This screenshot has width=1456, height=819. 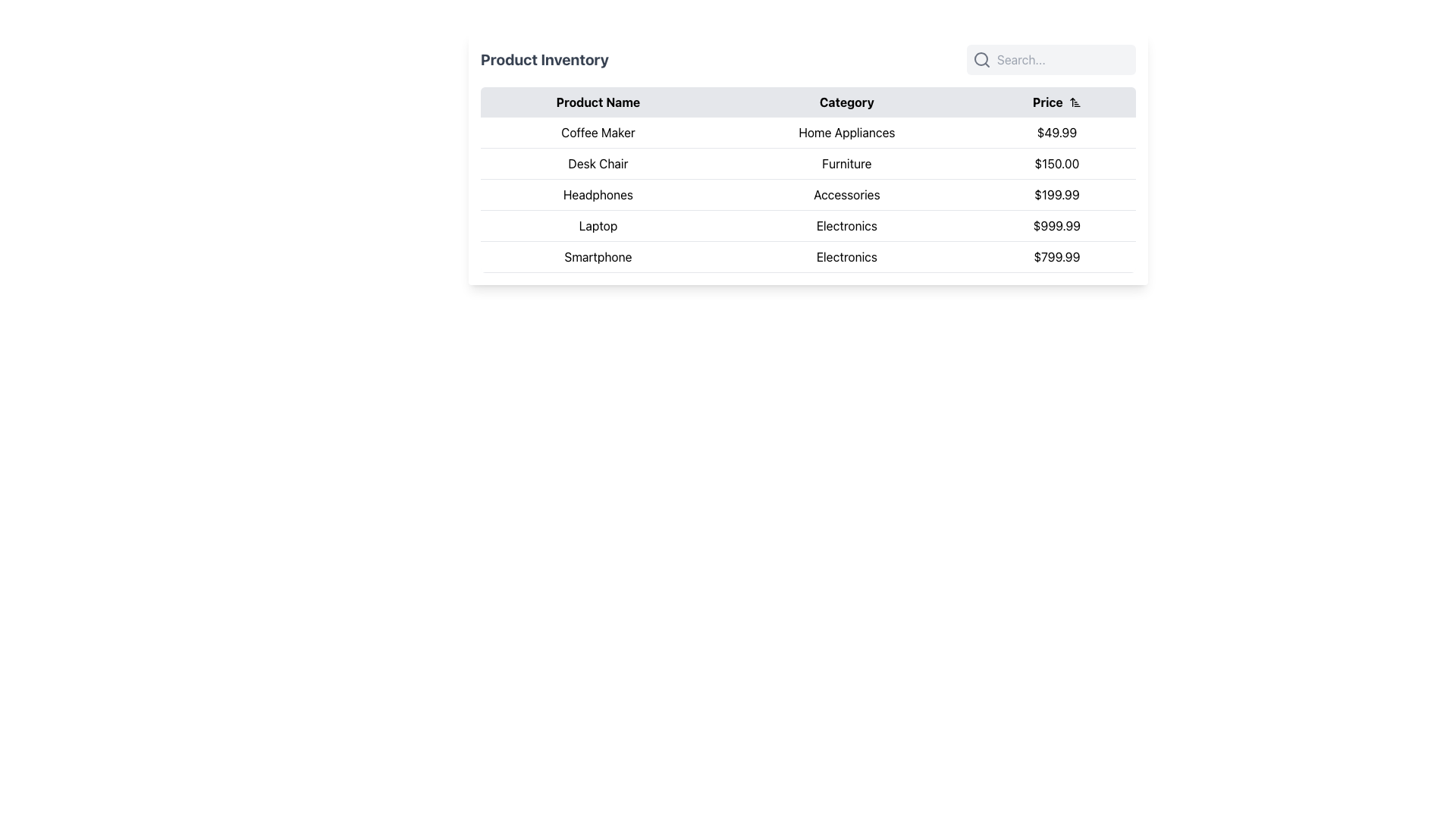 What do you see at coordinates (1056, 194) in the screenshot?
I see `the price value element in the 'Price' column of the table, located on the same row as 'Headphones' in the 'Product Name' column and 'Accessories' in the 'Category' column` at bounding box center [1056, 194].